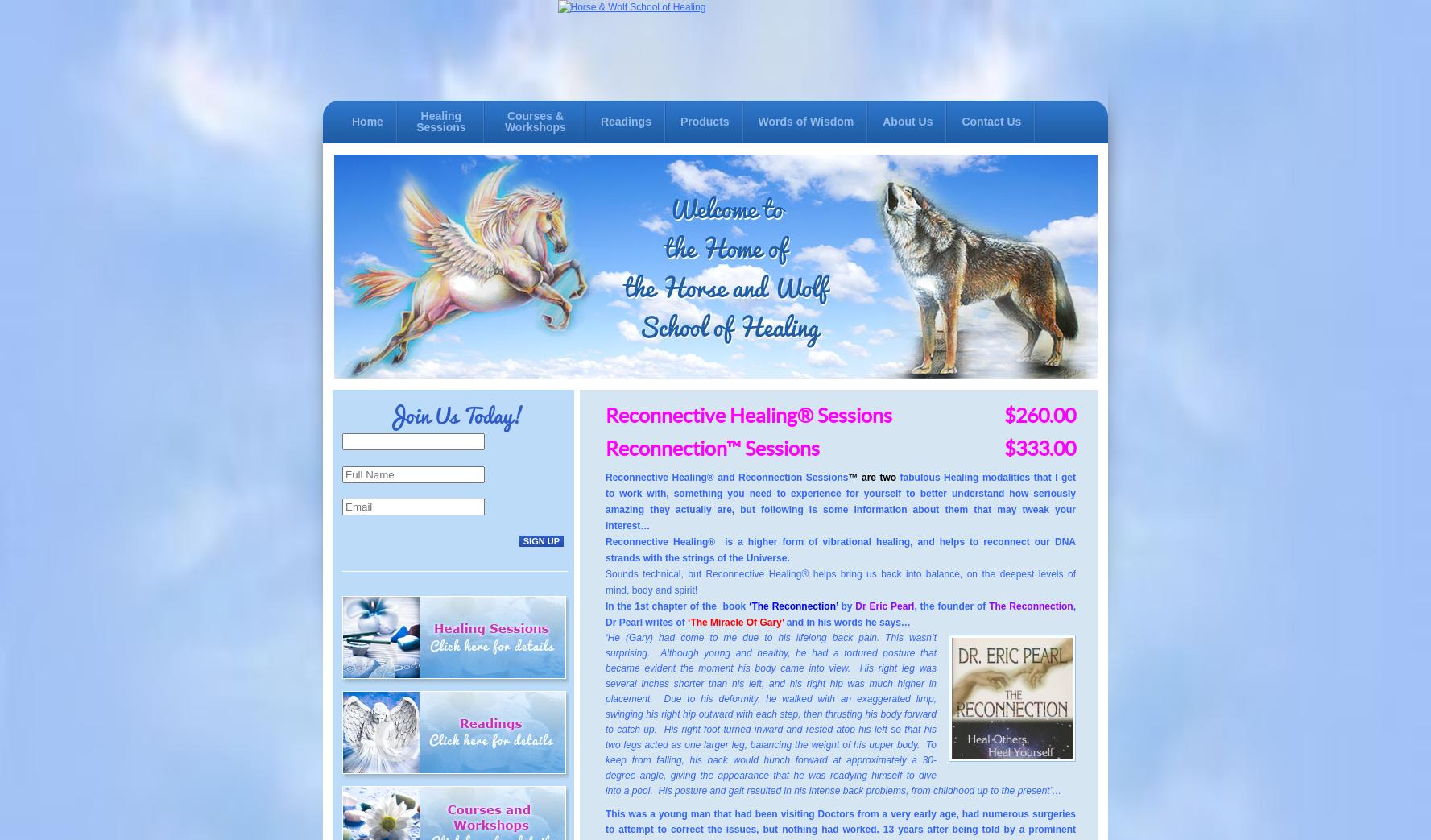 The image size is (1431, 840). Describe the element at coordinates (1039, 414) in the screenshot. I see `'$260.00'` at that location.